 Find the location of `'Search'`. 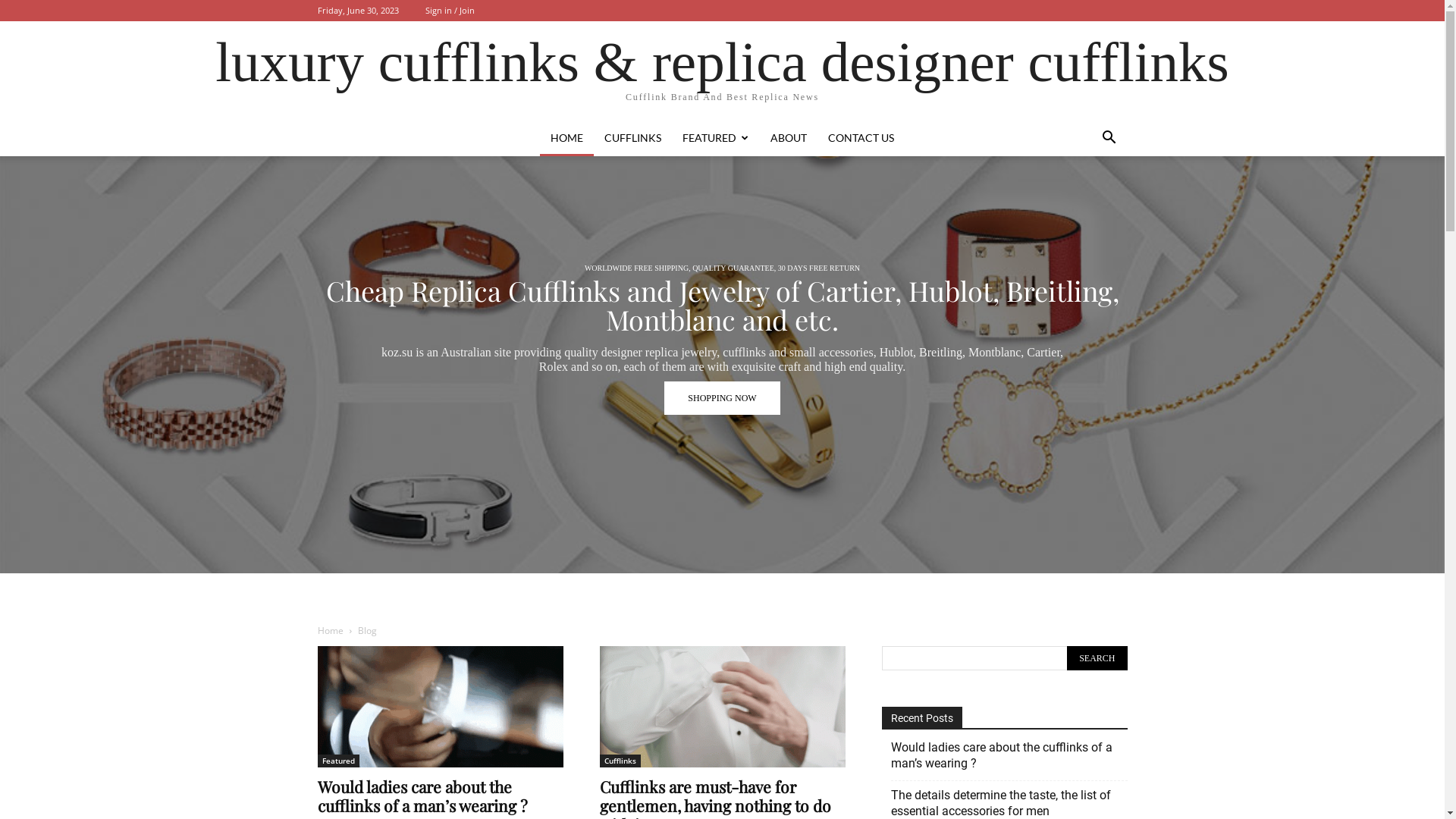

'Search' is located at coordinates (1097, 657).